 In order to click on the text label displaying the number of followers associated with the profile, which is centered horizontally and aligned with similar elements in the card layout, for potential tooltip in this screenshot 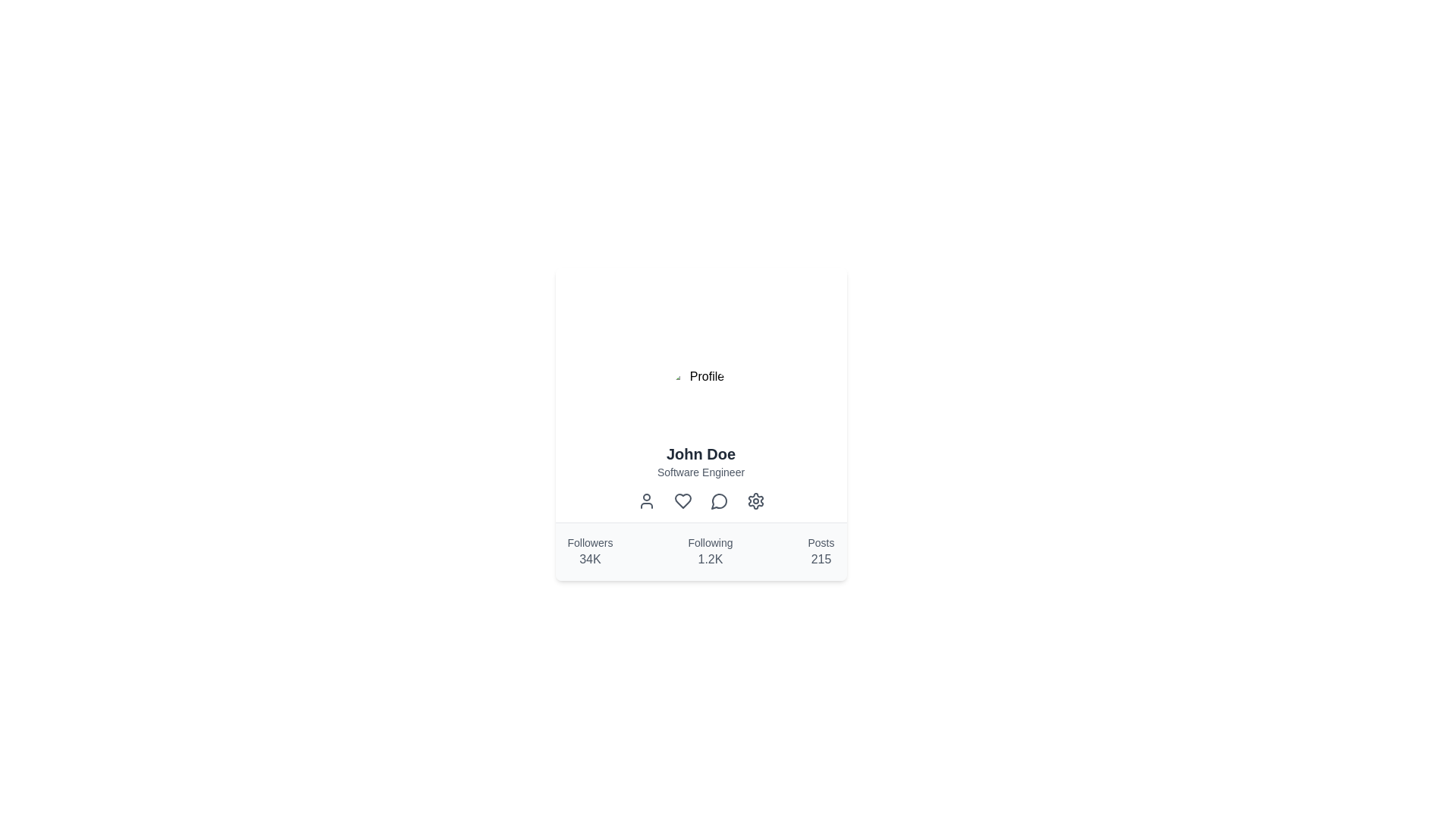, I will do `click(589, 559)`.